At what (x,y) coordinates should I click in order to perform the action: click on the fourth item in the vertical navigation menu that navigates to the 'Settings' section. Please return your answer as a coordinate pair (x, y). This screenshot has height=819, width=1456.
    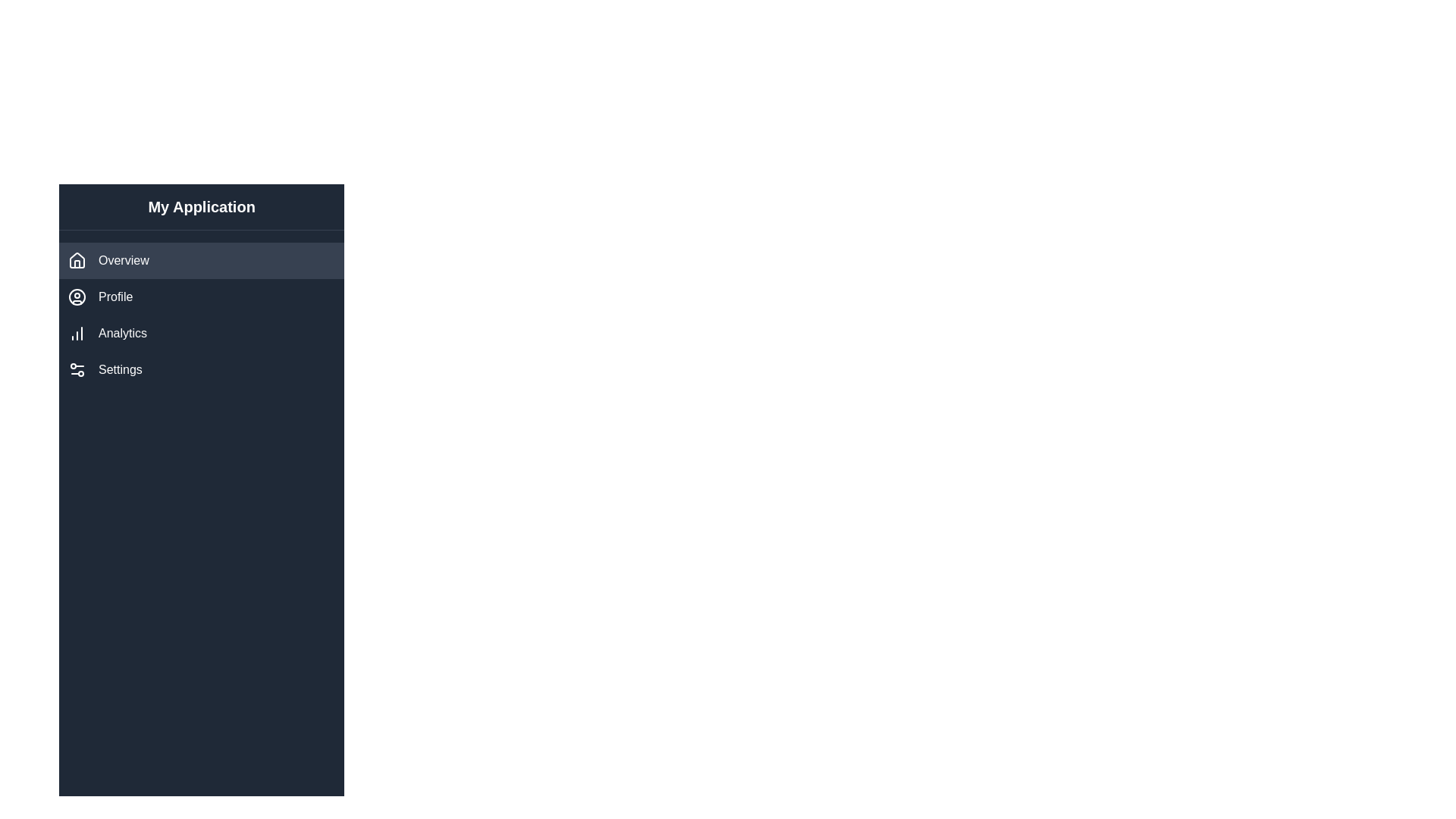
    Looking at the image, I should click on (201, 370).